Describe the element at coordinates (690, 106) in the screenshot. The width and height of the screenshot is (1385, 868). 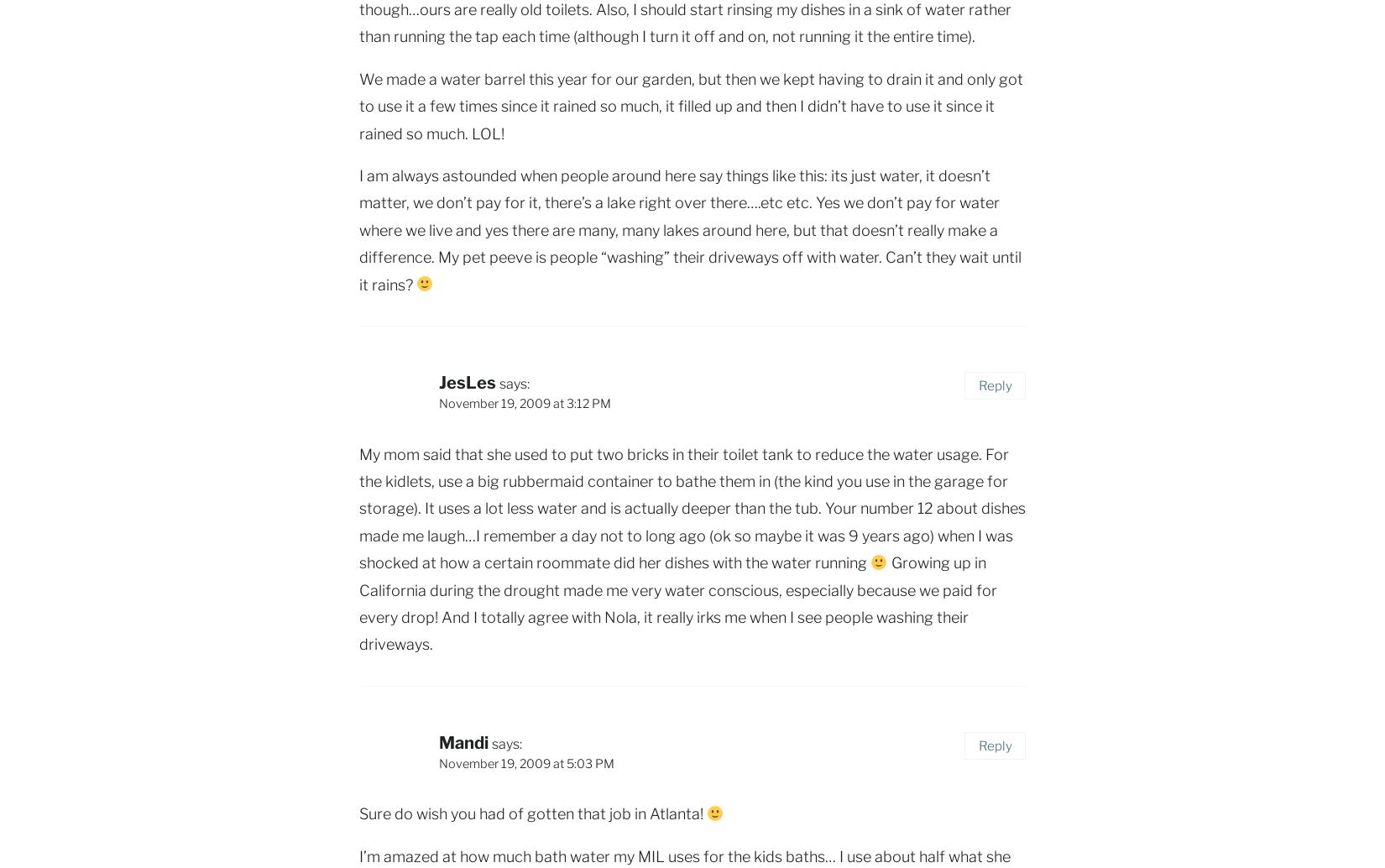
I see `'We made a water barrel this year for our garden, but then we kept having to drain it and only got to use it a few times since it rained so much, it filled up and then I didn’t have to use it since it rained so much. LOL!'` at that location.